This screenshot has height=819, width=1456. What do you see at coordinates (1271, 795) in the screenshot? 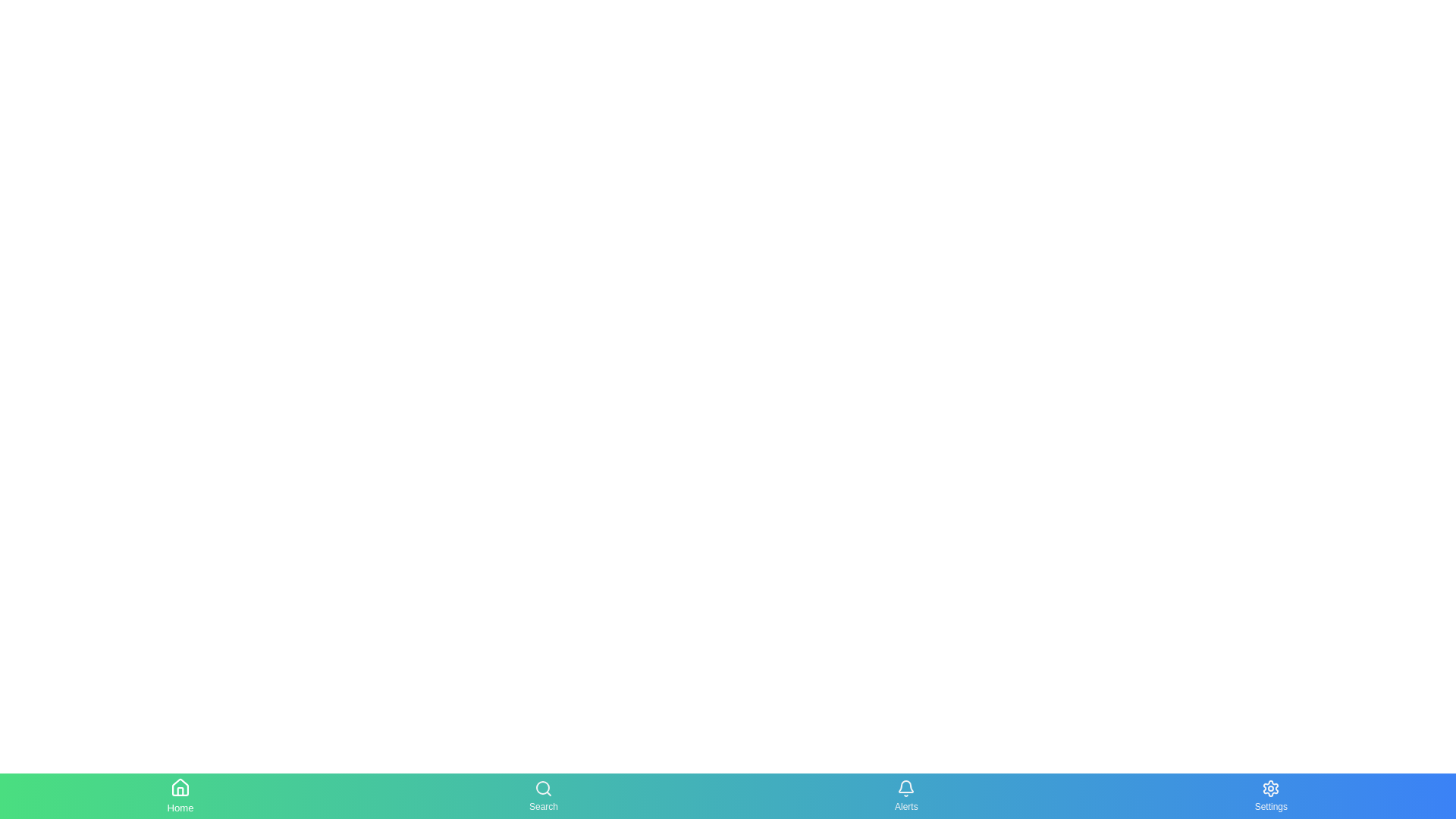
I see `the navigation tab labeled Settings` at bounding box center [1271, 795].